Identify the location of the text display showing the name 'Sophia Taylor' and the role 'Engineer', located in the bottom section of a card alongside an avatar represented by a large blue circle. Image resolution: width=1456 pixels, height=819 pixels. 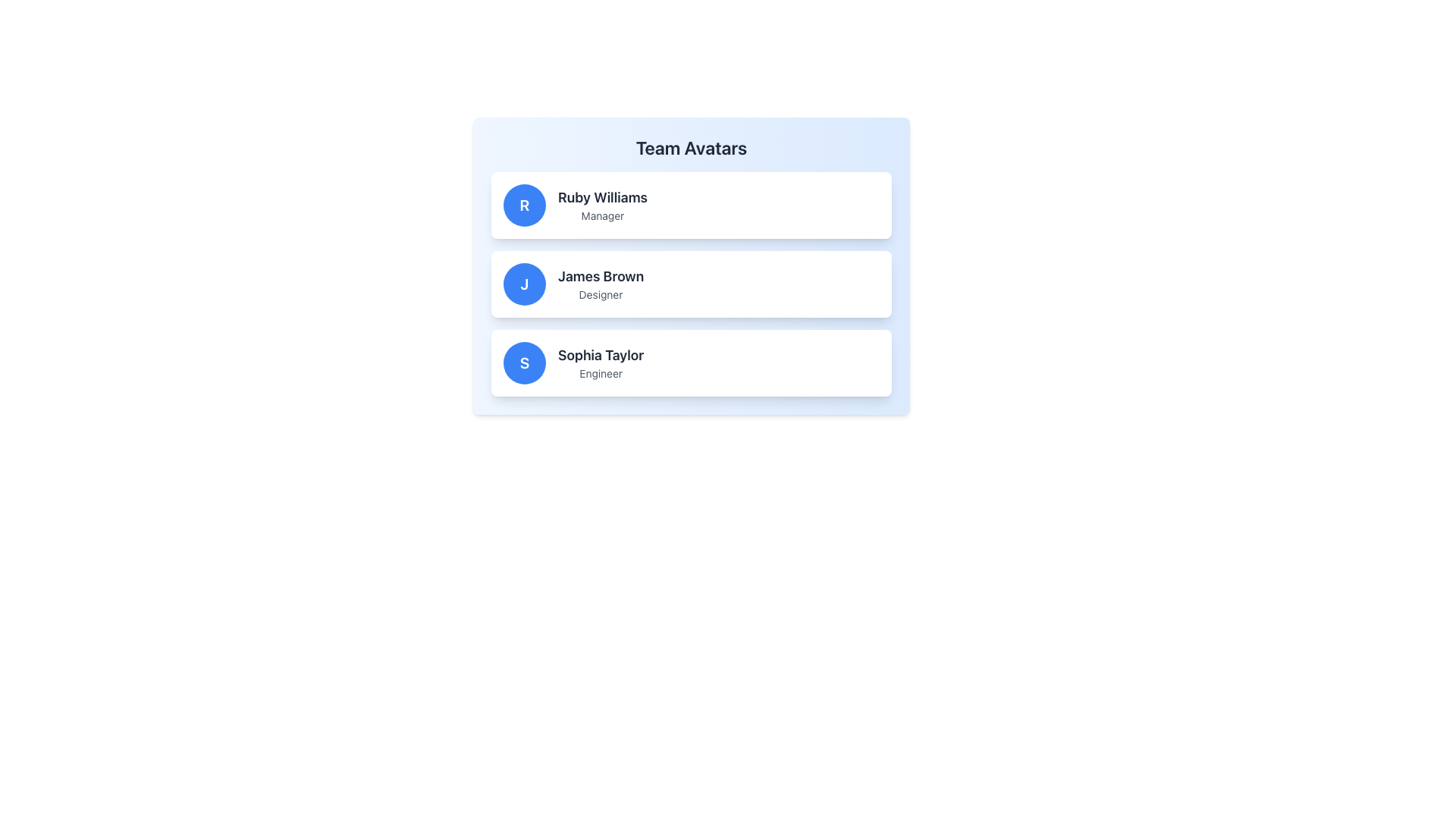
(600, 362).